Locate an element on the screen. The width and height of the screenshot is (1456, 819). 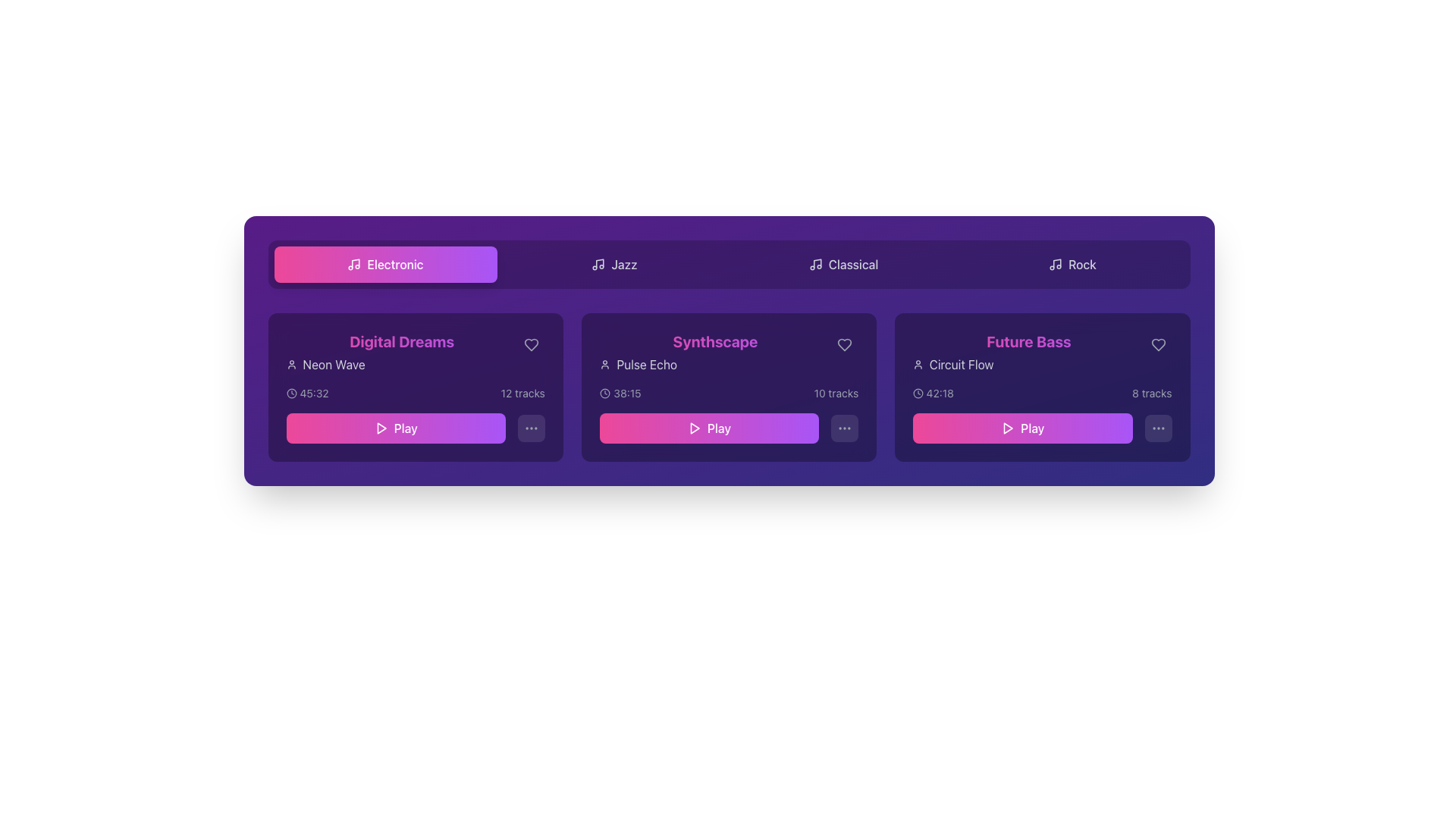
text label representing the music category 'Future Bass', located at the center of the third music card from the left, above the play button and adjacent to 'Circuit Flow' is located at coordinates (1028, 342).